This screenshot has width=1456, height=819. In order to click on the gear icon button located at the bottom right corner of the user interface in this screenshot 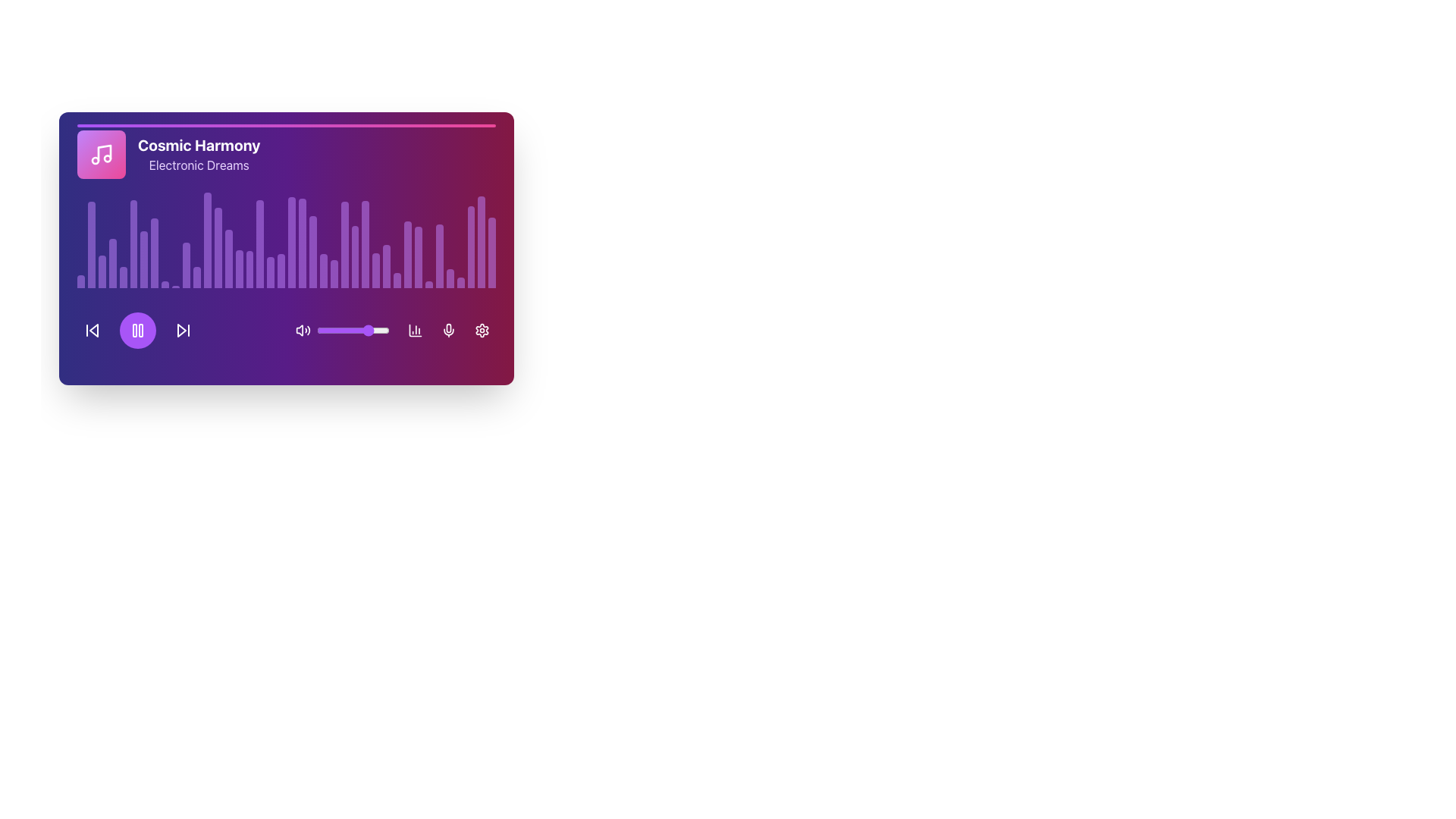, I will do `click(481, 329)`.